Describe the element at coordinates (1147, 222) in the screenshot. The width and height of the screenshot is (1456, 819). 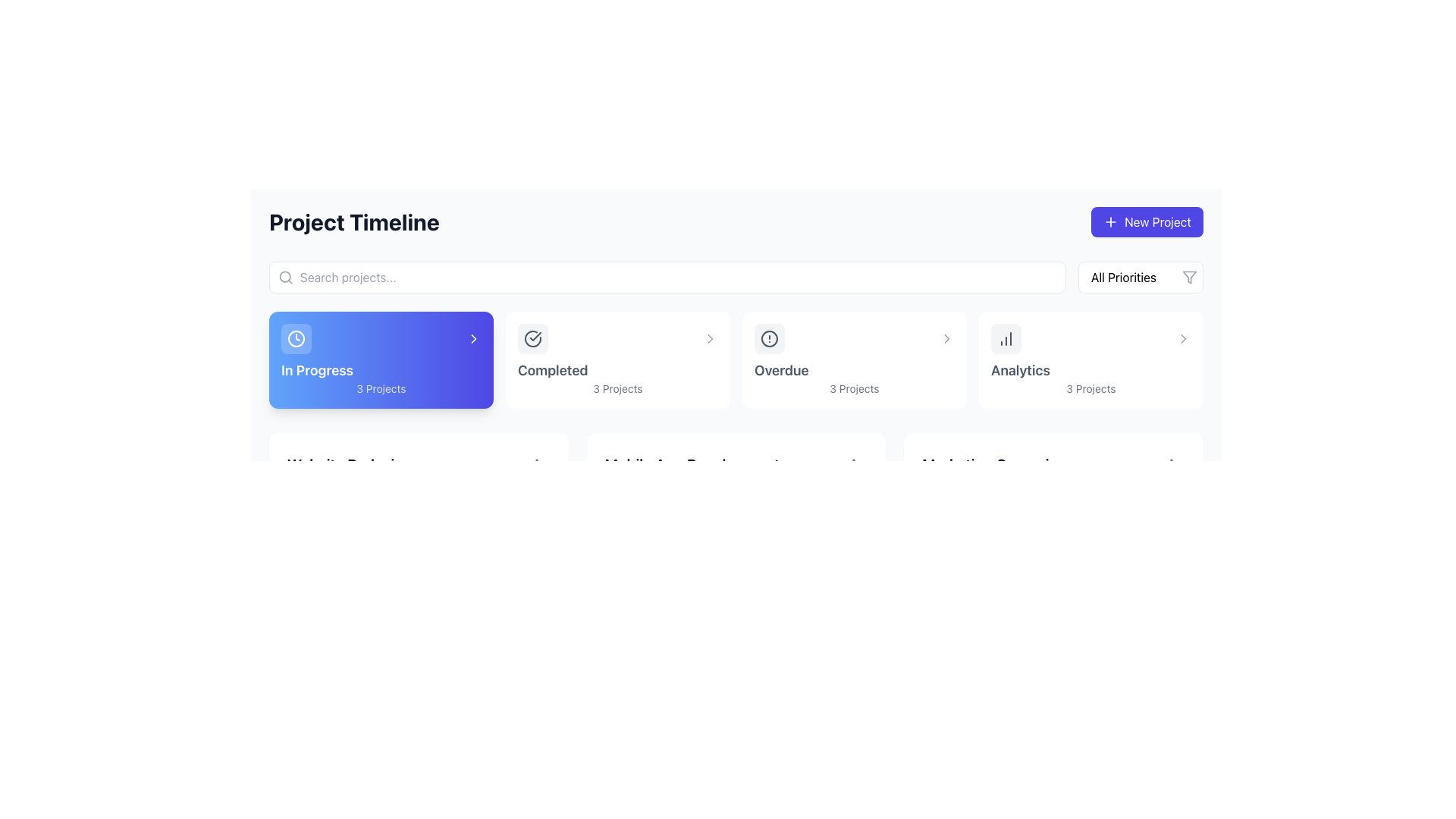
I see `the 'New Project' button, which is a rectangular button with an indigo-blue background and white text, located on the far-right side of the interface header` at that location.